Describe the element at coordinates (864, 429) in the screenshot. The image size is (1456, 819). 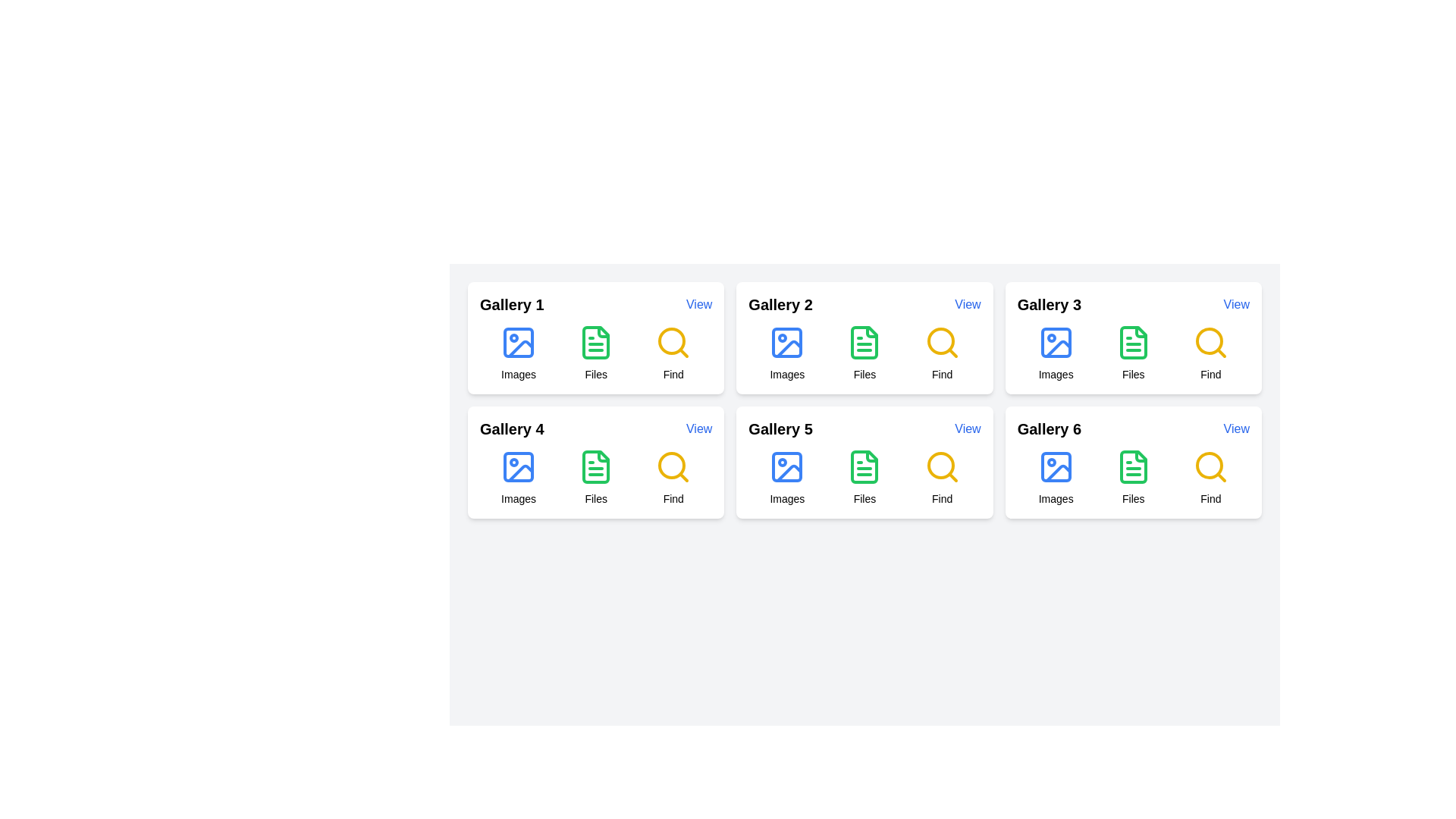
I see `the 'Gallery 5' title in the Header section of the Gallery 5 card, which is located in the bottom-left of the 2x3 grid layout` at that location.